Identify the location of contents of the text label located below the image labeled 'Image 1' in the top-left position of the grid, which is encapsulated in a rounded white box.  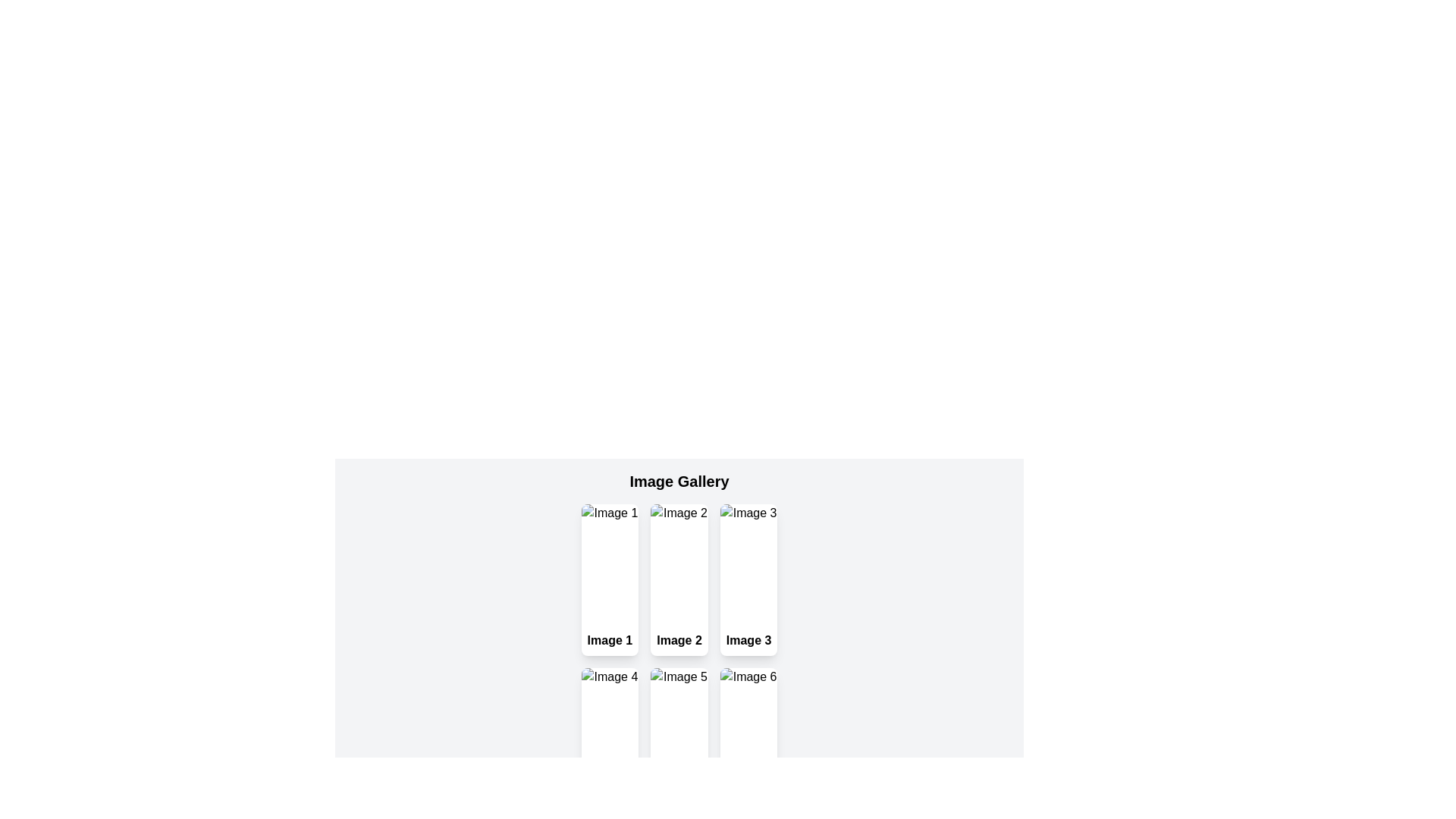
(610, 640).